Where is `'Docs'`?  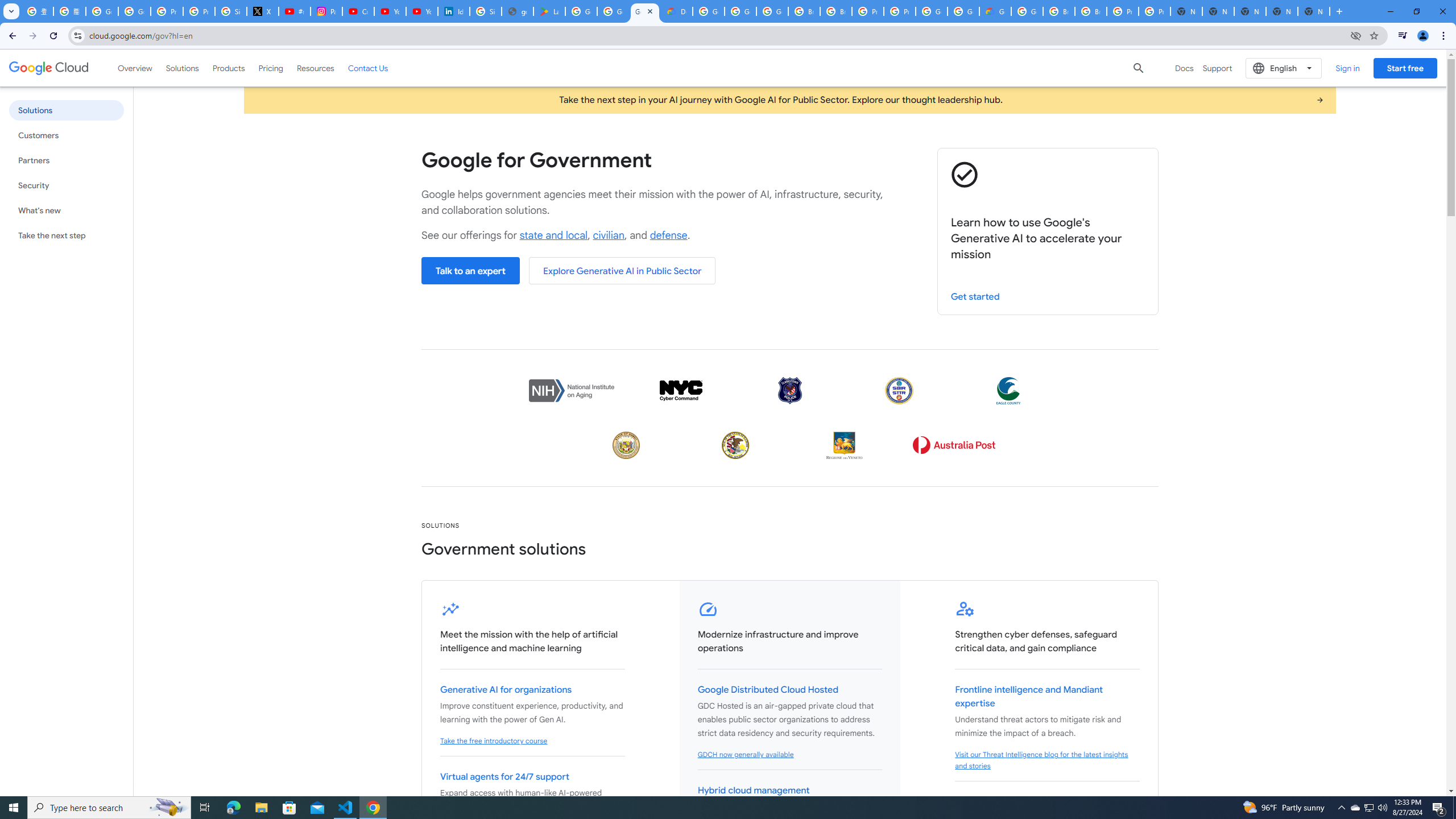 'Docs' is located at coordinates (1184, 67).